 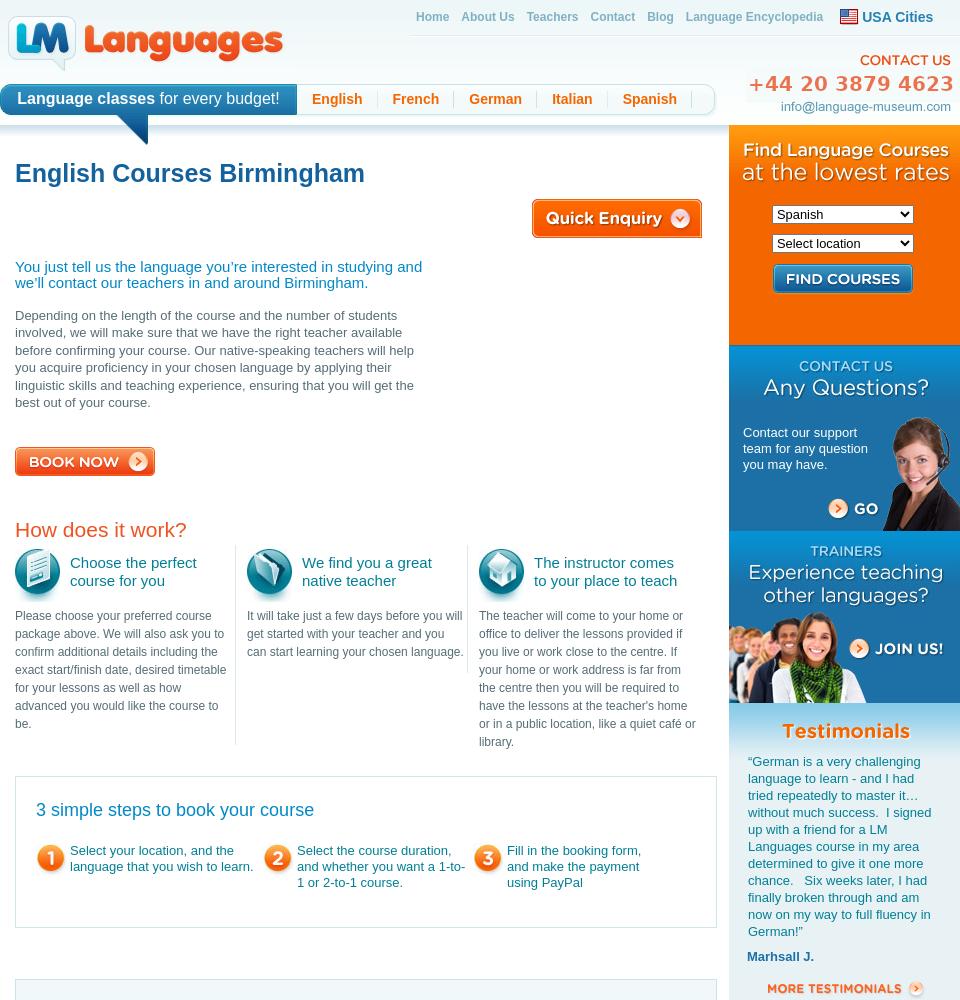 What do you see at coordinates (213, 357) in the screenshot?
I see `'Depending on the length of the course and the number of students involved, we will make sure that we have the right teacher available before confirming your course. Our native-speaking teachers will help you acquire proficiency in your chosen language by applying their linguistic skills and teaching experience, ensuring that you will get the best out of your course.'` at bounding box center [213, 357].